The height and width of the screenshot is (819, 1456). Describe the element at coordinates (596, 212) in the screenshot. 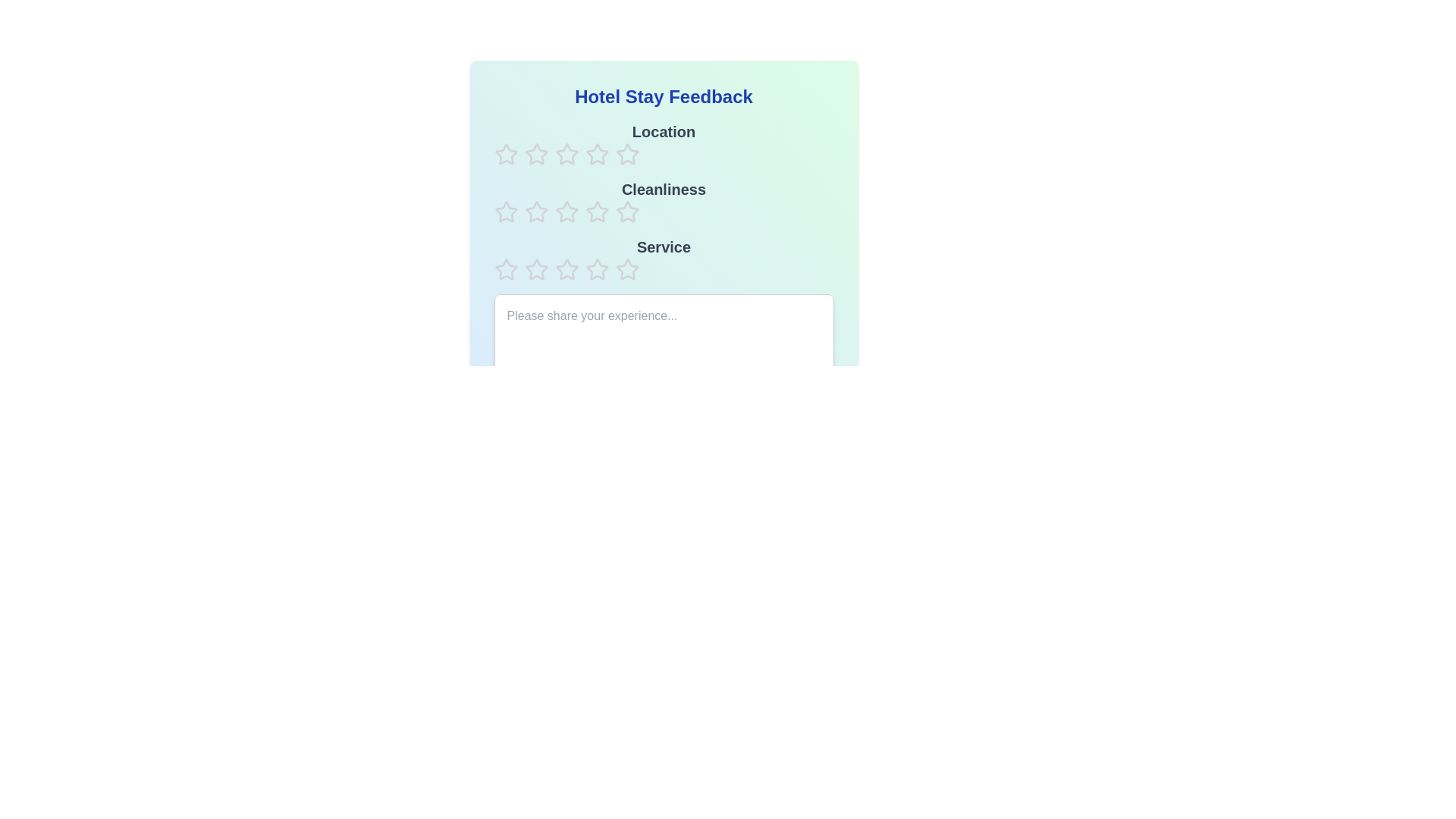

I see `the third star in the row of five stars for the 'Cleanliness' category to indicate a rating of 3 out of 5 stars` at that location.